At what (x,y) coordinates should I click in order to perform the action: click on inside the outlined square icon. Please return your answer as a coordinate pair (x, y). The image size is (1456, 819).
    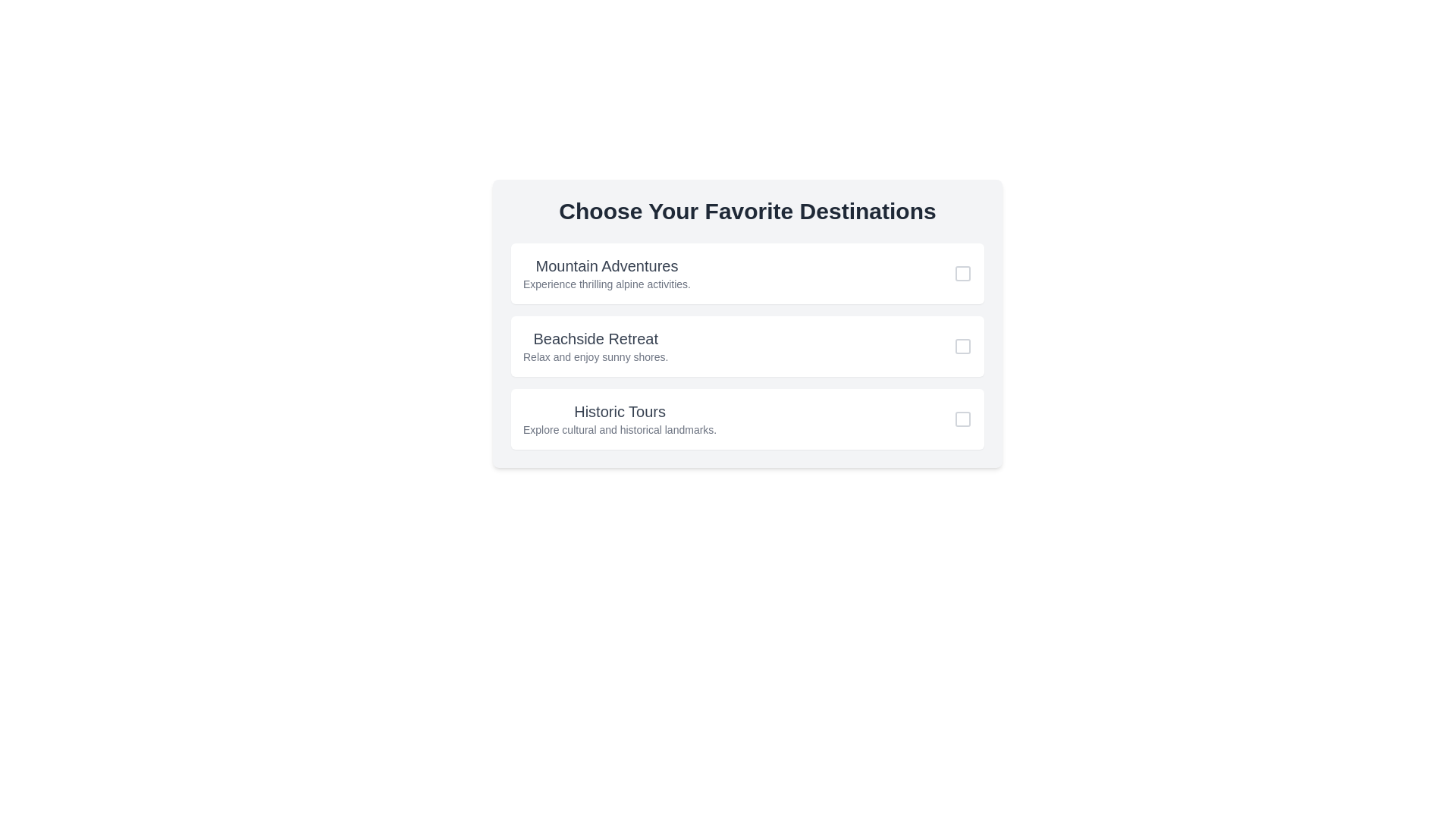
    Looking at the image, I should click on (962, 346).